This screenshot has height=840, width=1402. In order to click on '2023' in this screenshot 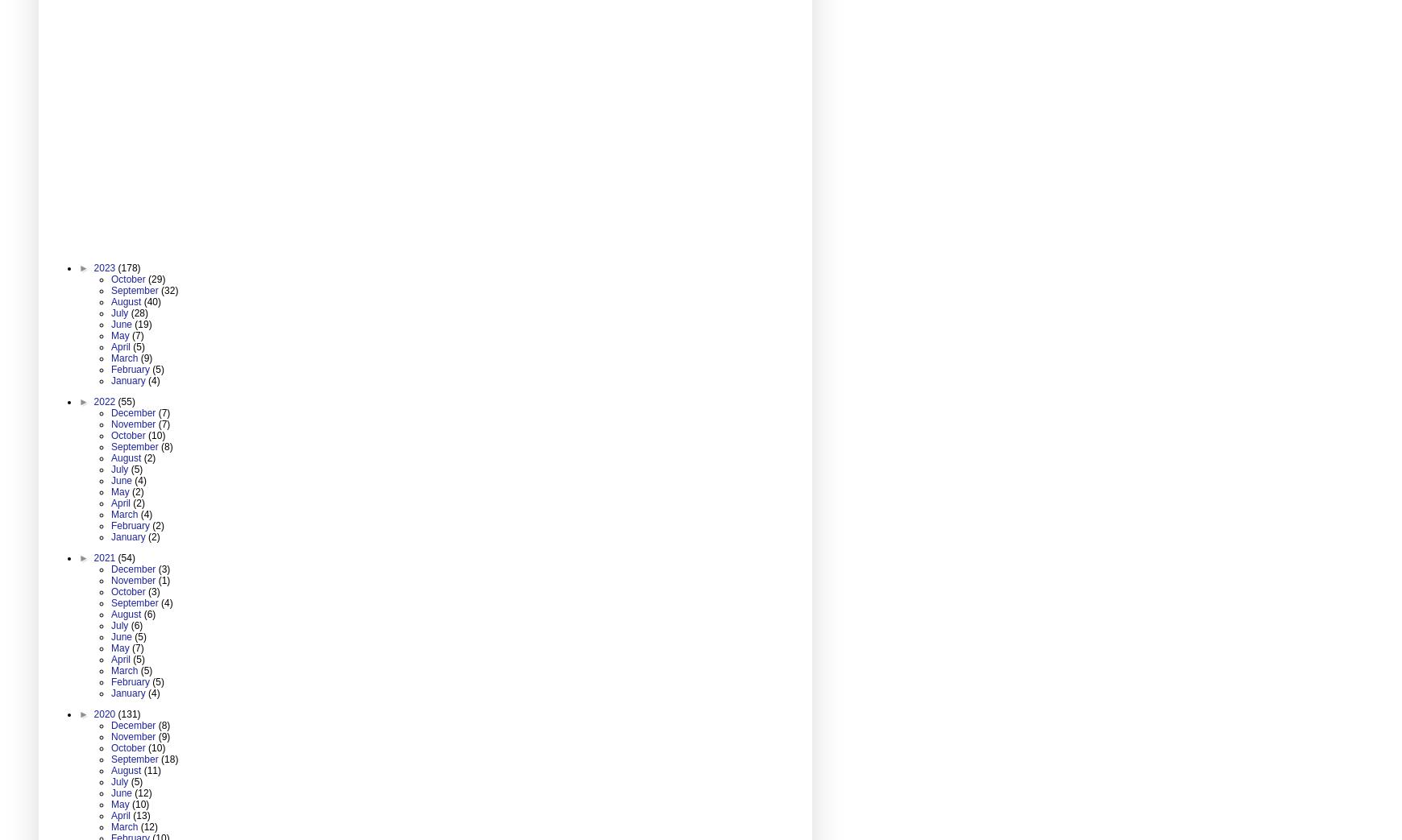, I will do `click(93, 266)`.